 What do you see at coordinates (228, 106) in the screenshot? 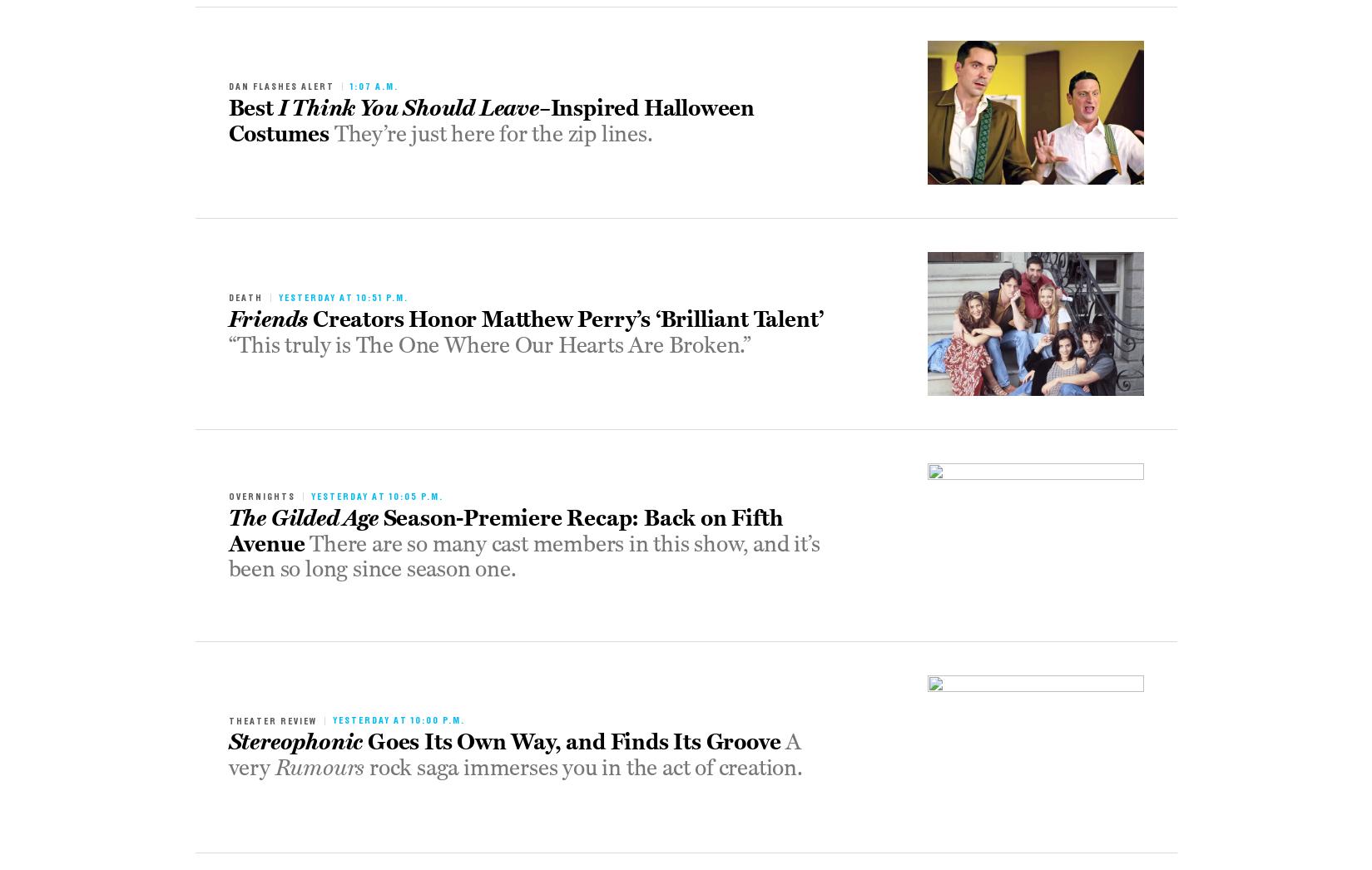
I see `'Best'` at bounding box center [228, 106].